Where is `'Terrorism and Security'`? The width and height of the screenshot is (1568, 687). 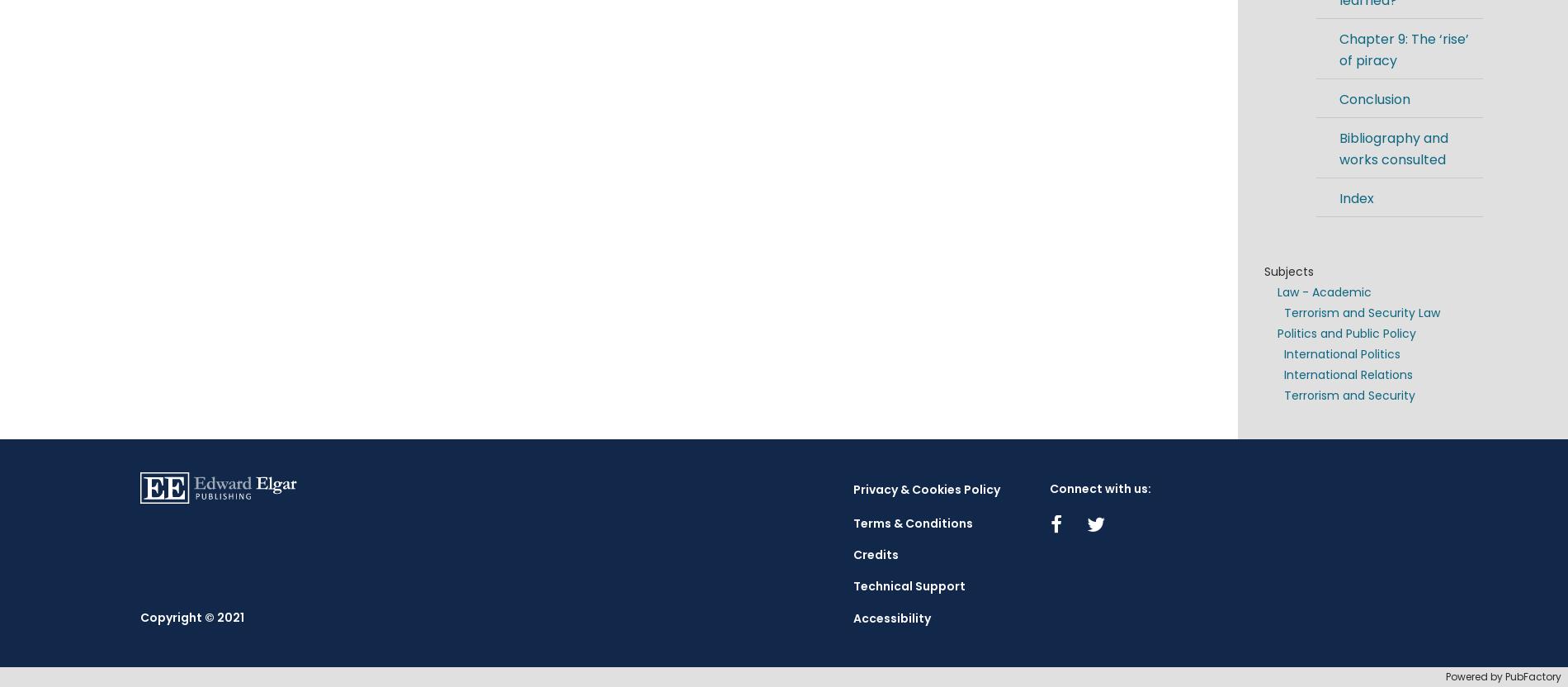
'Terrorism and Security' is located at coordinates (1349, 394).